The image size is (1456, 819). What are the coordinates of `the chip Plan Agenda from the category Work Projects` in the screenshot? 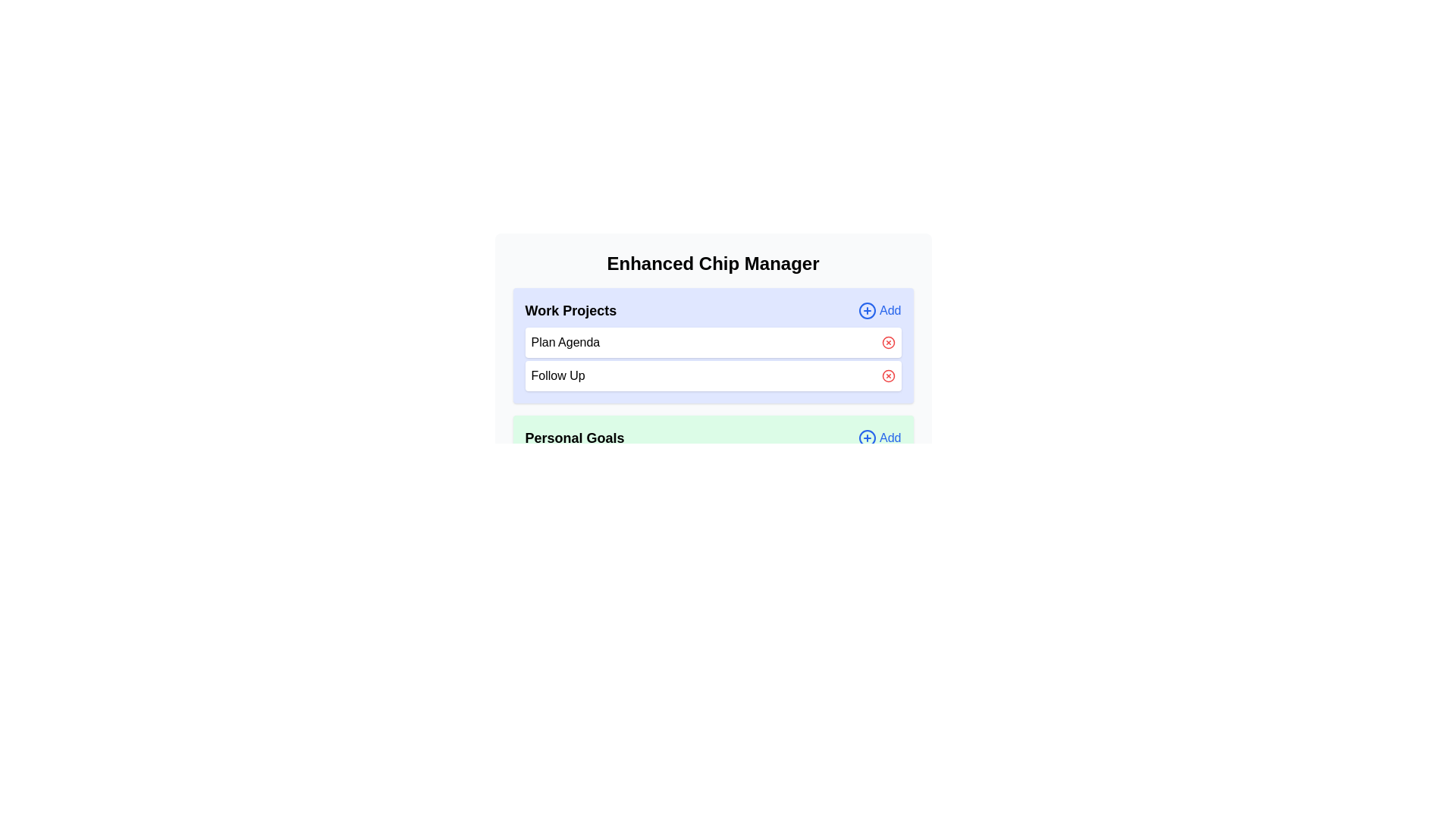 It's located at (888, 342).